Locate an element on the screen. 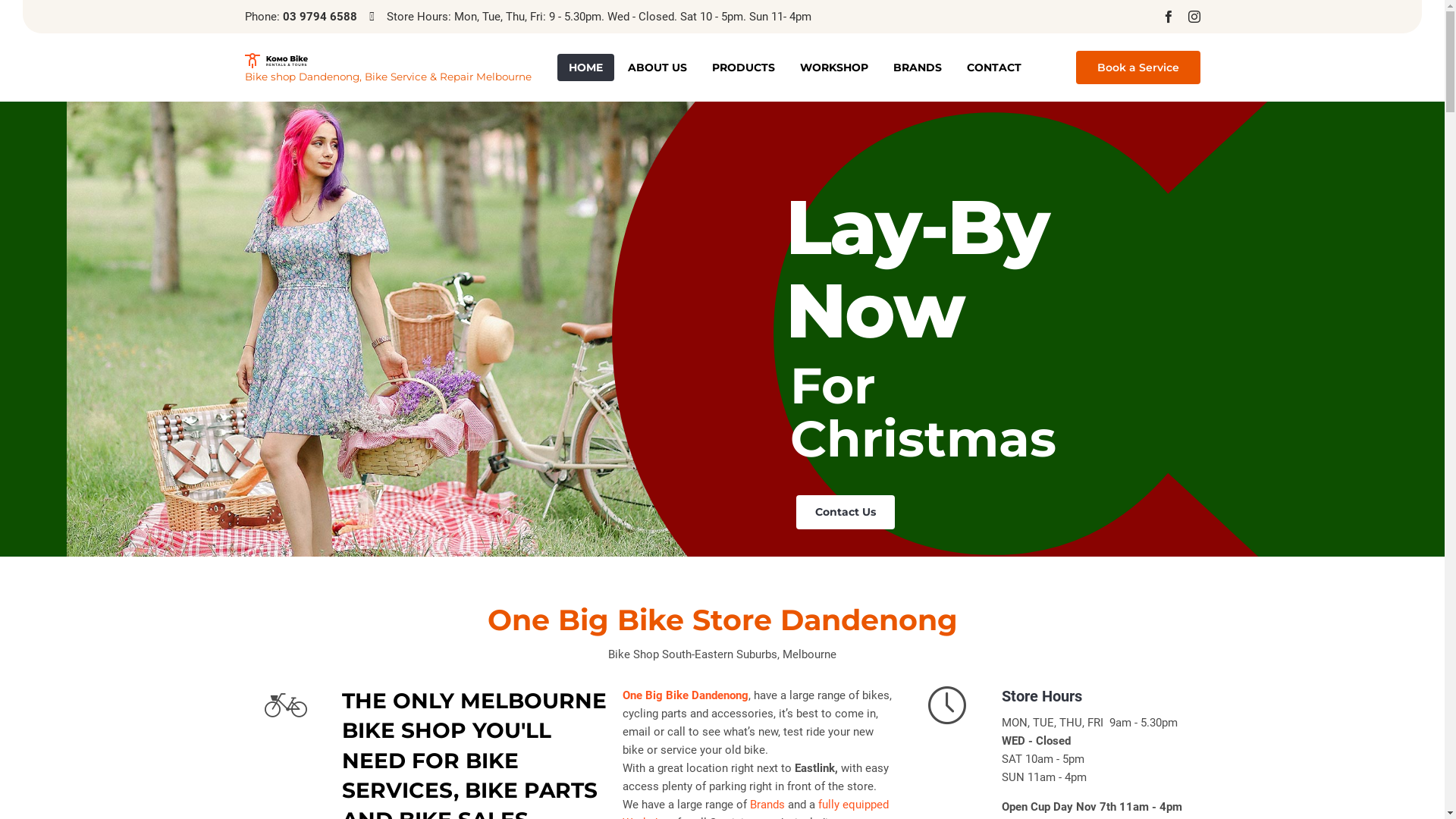  'One Big Bike Dandenong' is located at coordinates (684, 695).